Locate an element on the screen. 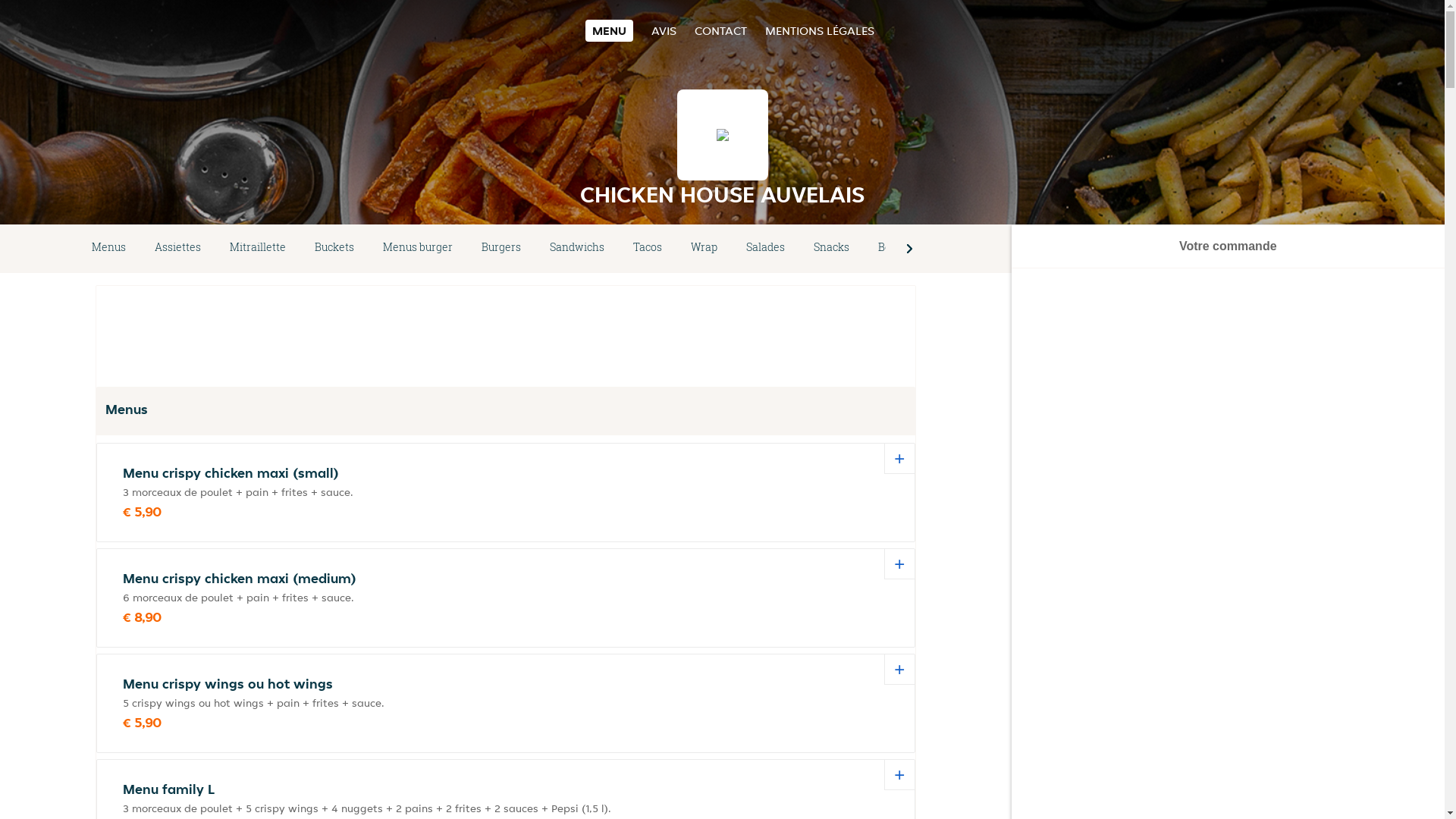 The width and height of the screenshot is (1456, 819). 'AVIS' is located at coordinates (651, 30).